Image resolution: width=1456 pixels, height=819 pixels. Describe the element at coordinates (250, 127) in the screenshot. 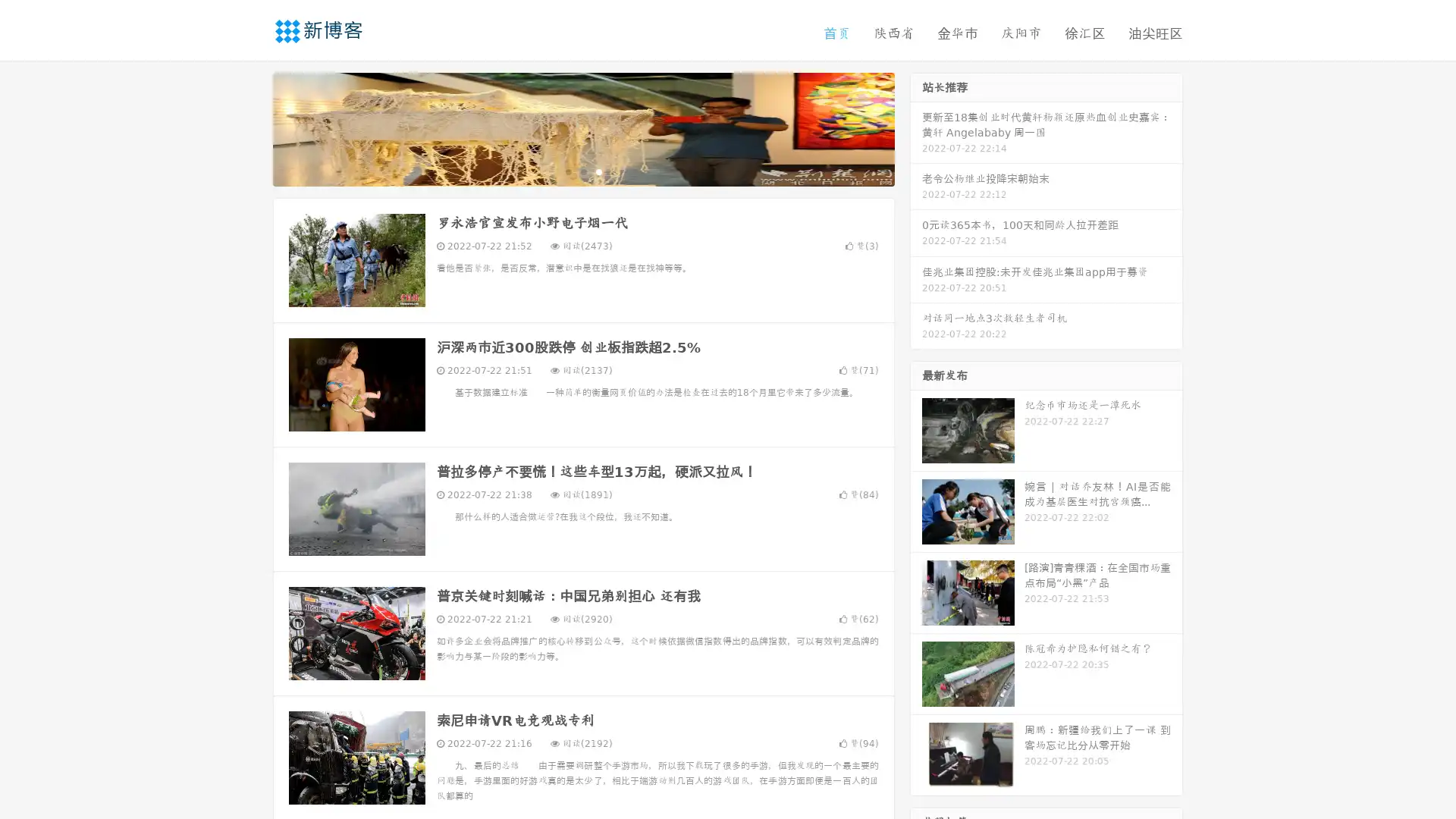

I see `Previous slide` at that location.